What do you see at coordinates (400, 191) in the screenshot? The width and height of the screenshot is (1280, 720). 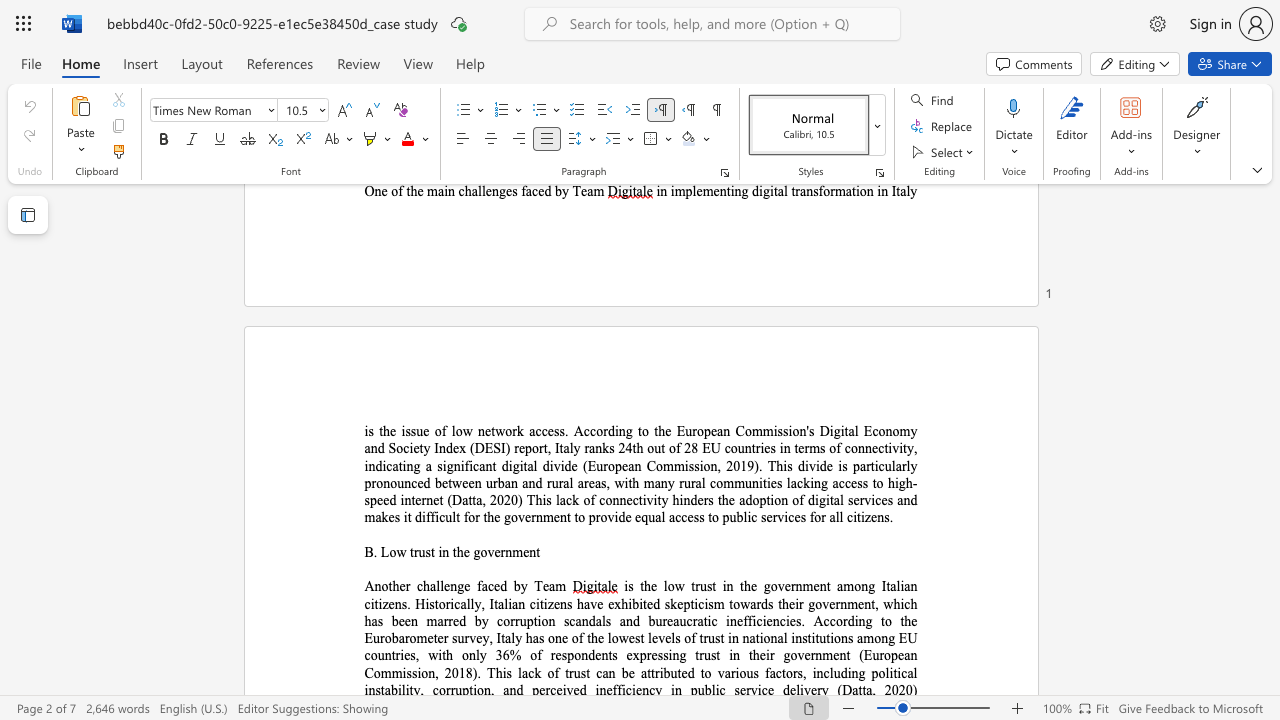 I see `the 1th character "f" in the text` at bounding box center [400, 191].